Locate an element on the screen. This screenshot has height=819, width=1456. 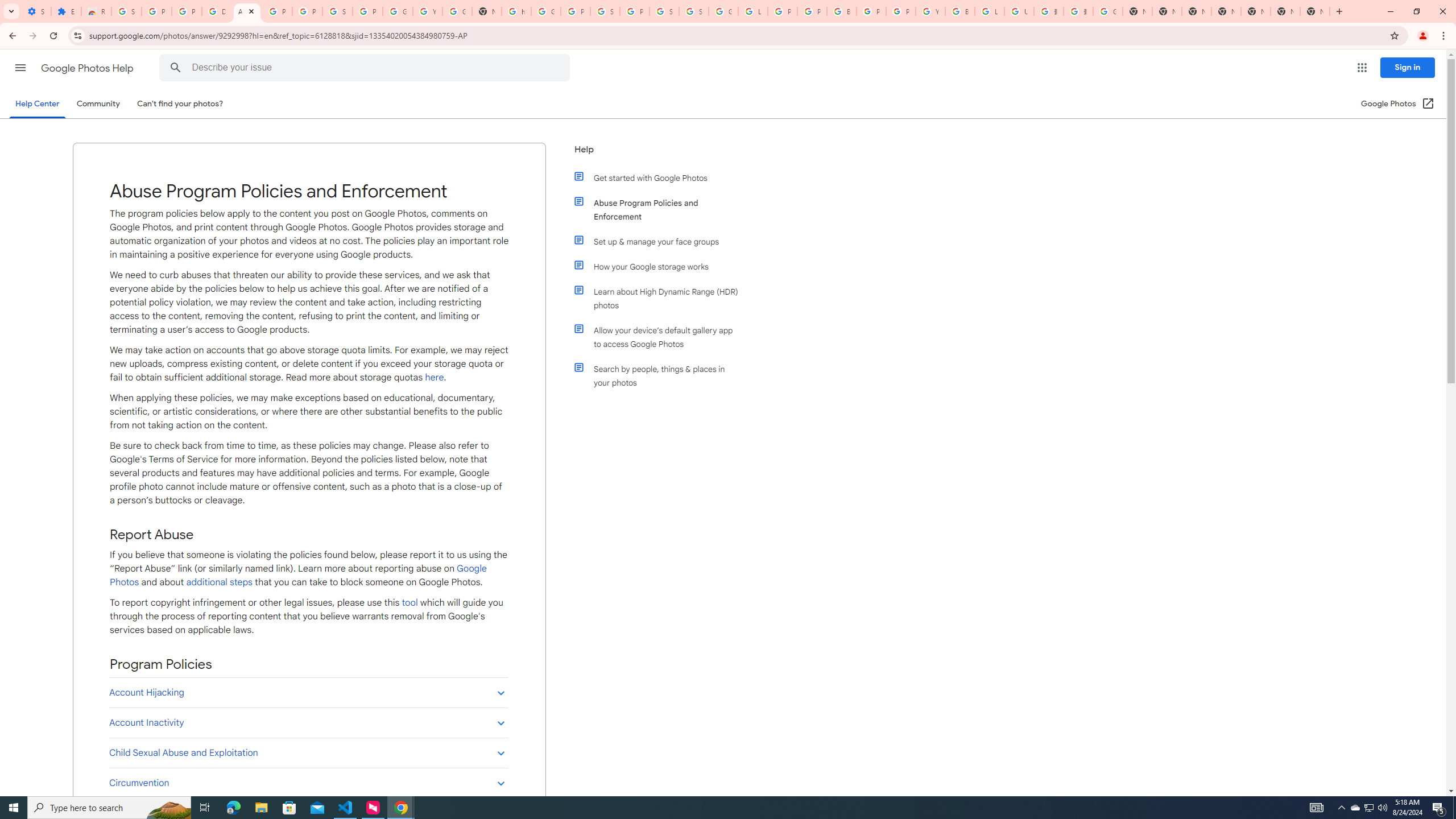
'Google Account' is located at coordinates (396, 11).